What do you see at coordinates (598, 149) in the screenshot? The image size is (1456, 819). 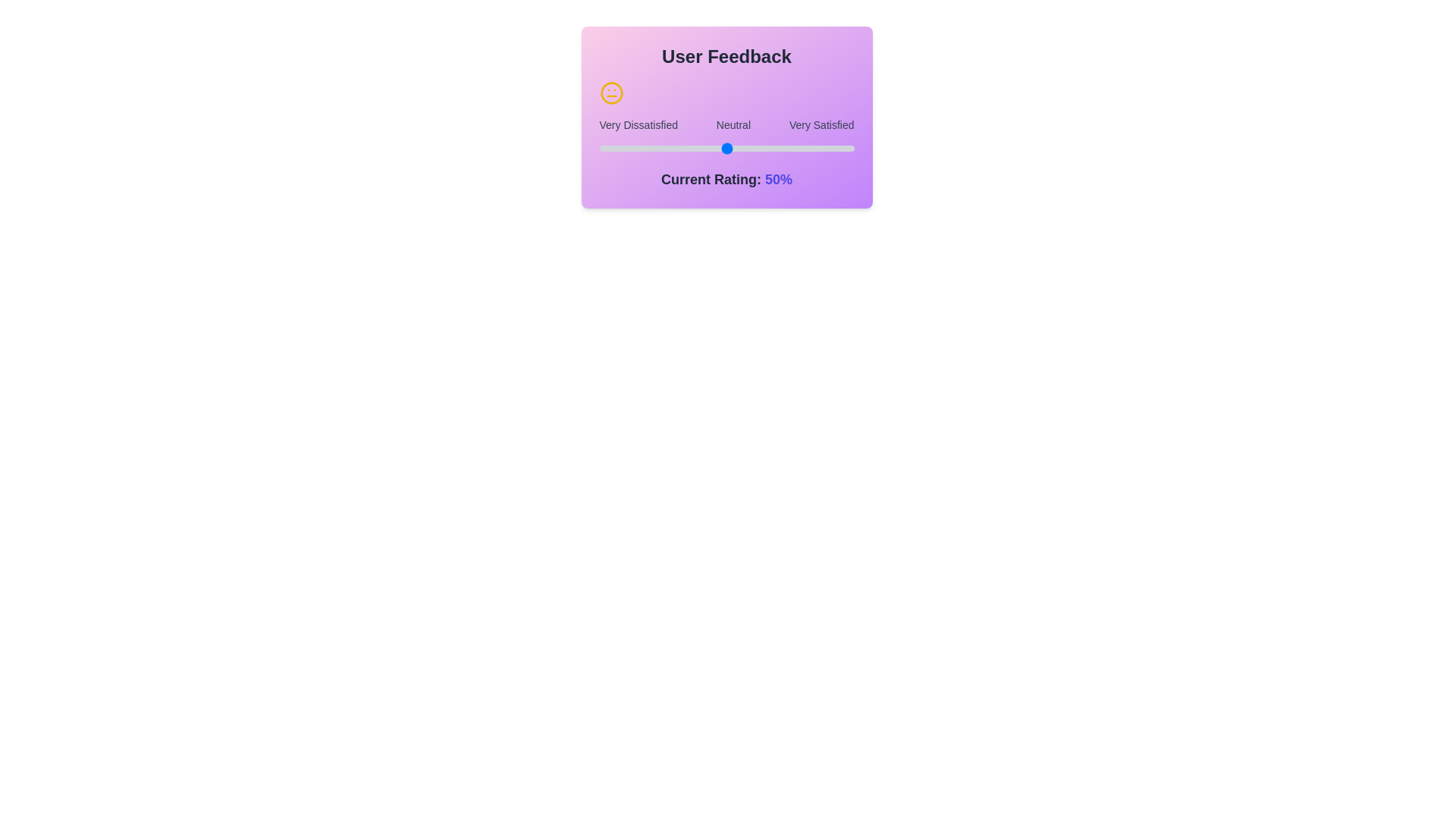 I see `the slider to set the rating to 0%` at bounding box center [598, 149].